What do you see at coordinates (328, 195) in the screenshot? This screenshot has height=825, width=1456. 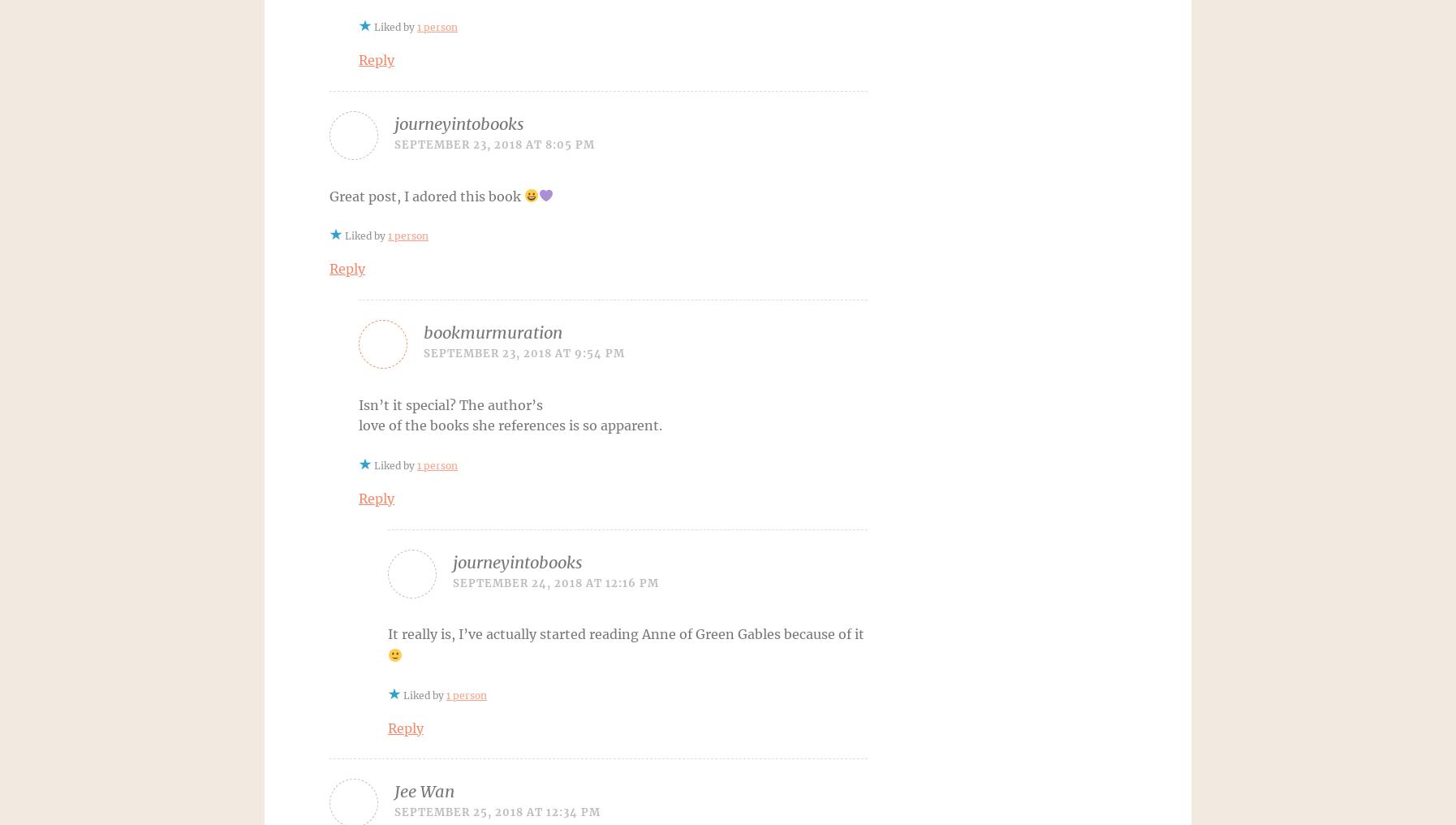 I see `'Great post, I adored this book'` at bounding box center [328, 195].